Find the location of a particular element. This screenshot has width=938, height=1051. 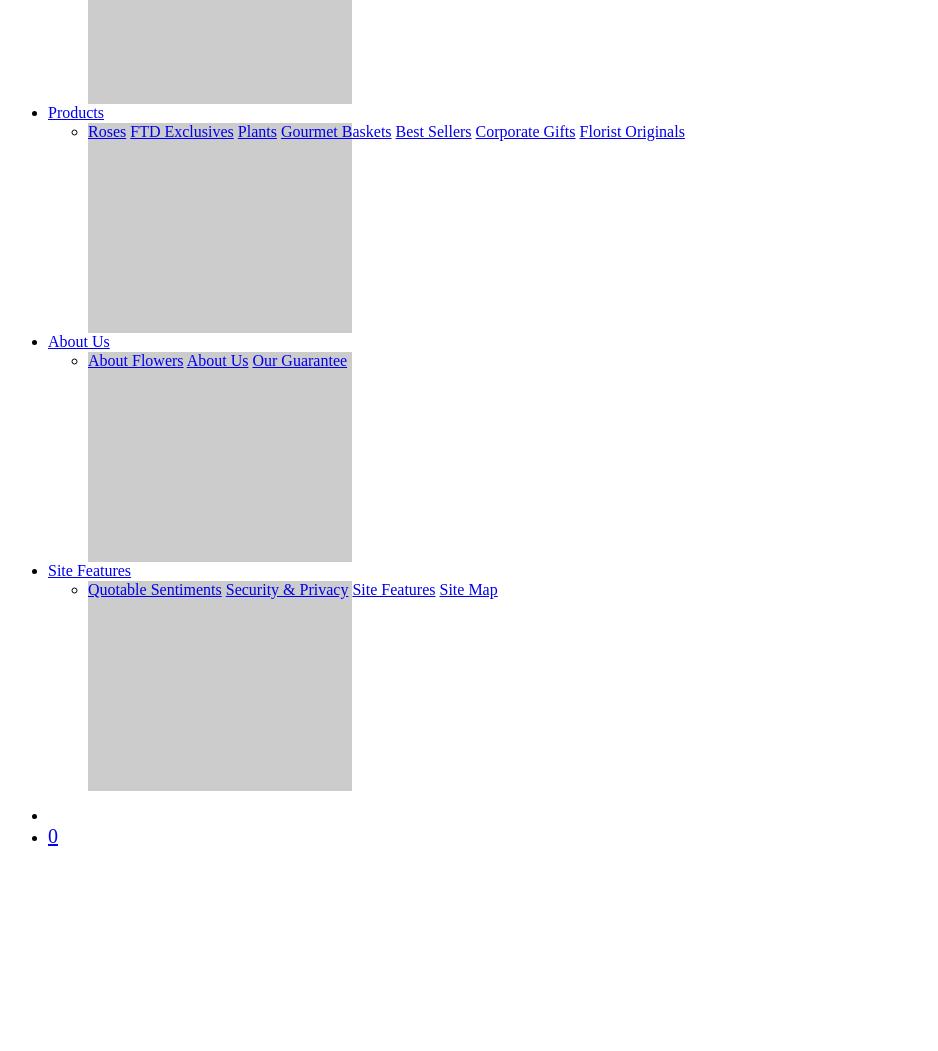

'Quotable Sentiments' is located at coordinates (87, 589).